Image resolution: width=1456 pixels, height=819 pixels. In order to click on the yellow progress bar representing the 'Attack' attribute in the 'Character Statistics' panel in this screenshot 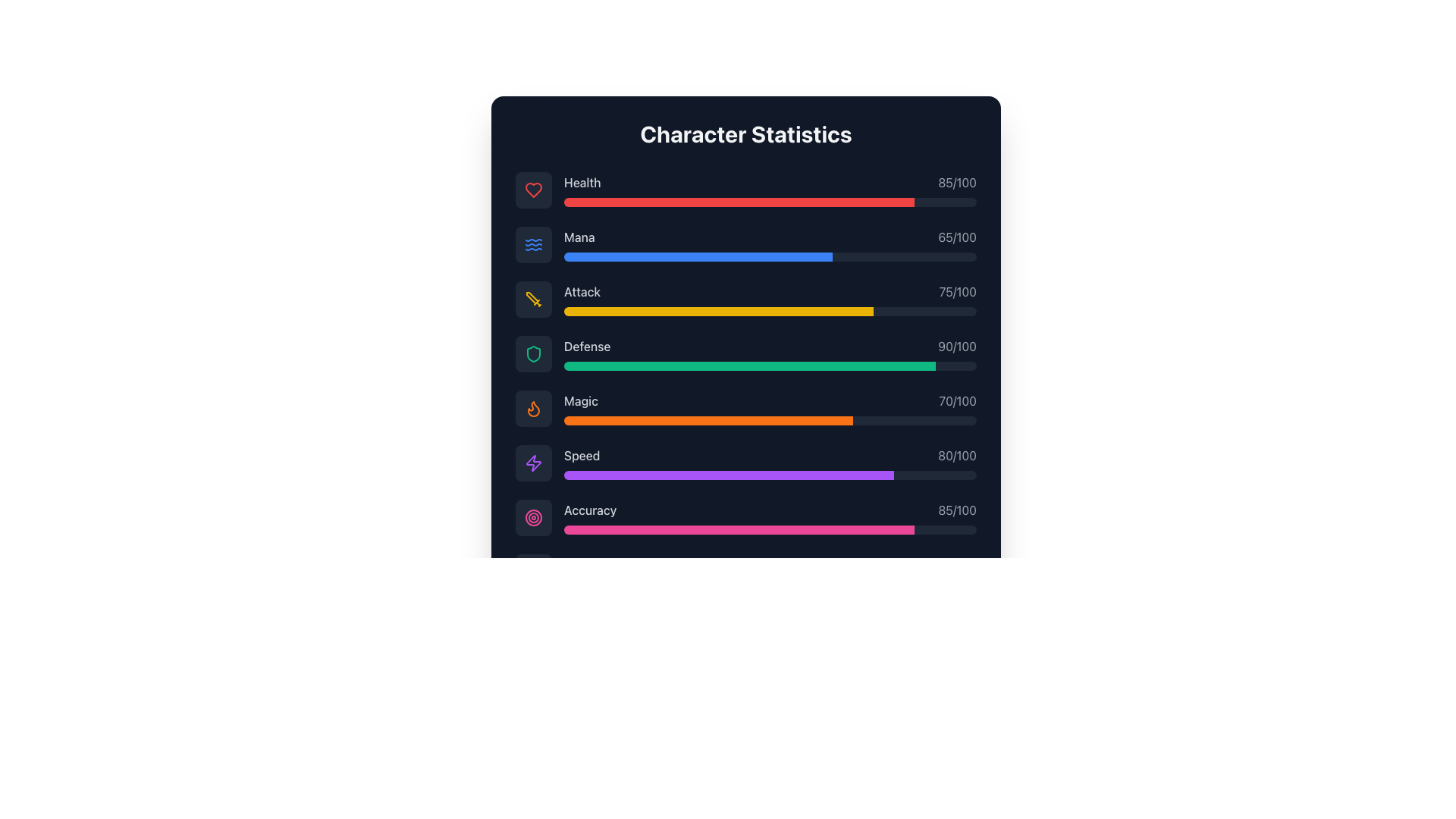, I will do `click(718, 311)`.